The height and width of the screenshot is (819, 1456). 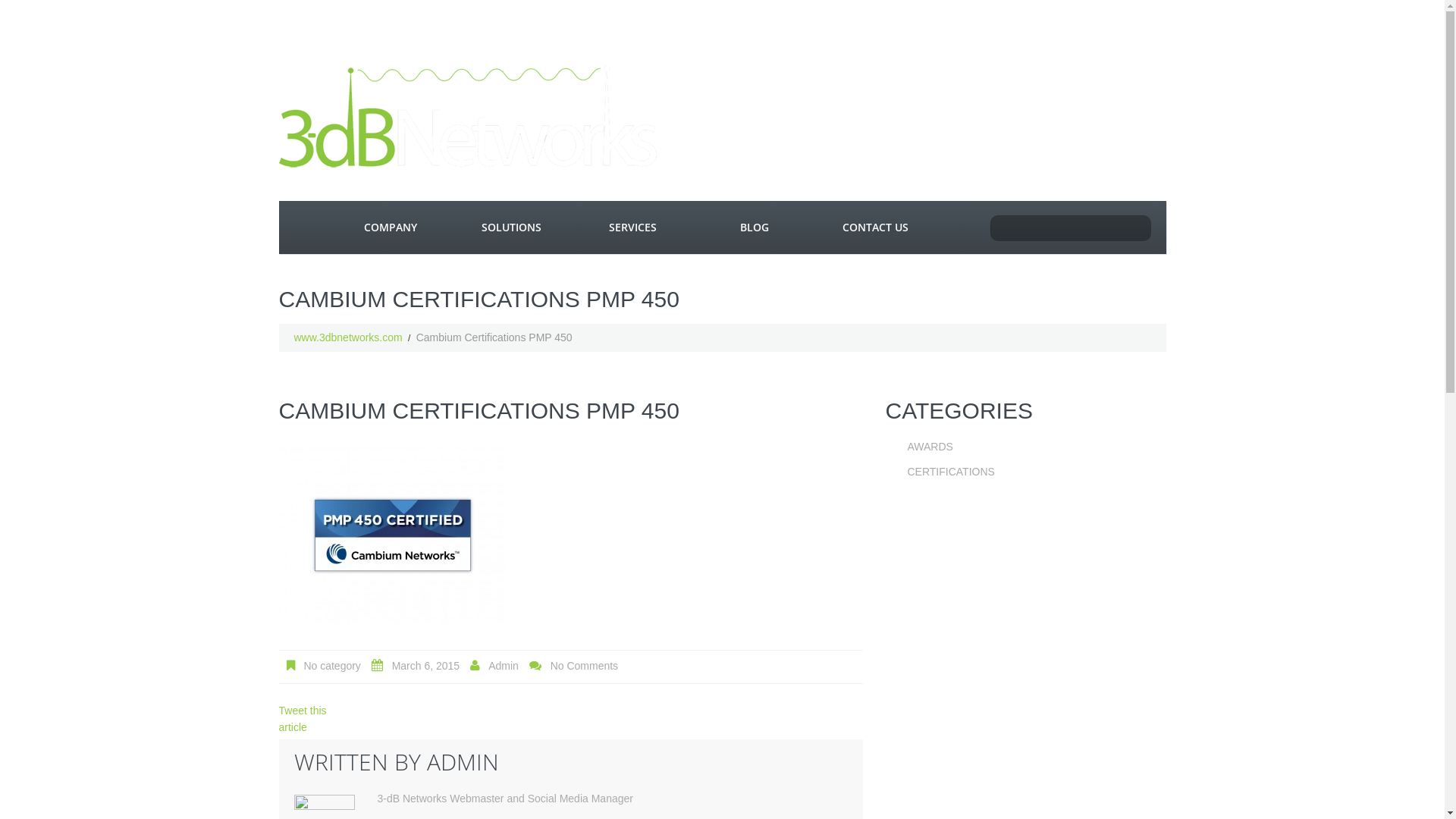 I want to click on 'CERTIFICATIONS', so click(x=906, y=470).